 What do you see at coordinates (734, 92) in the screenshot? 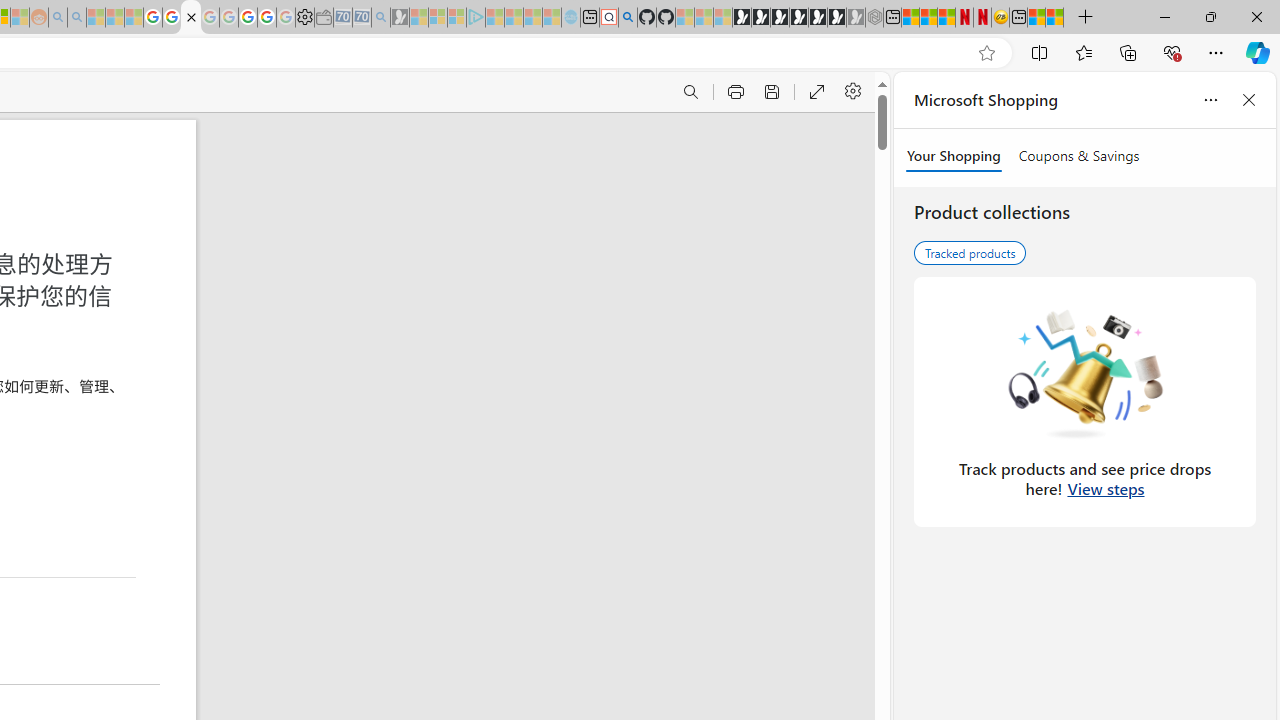
I see `'Print (Ctrl+P)'` at bounding box center [734, 92].